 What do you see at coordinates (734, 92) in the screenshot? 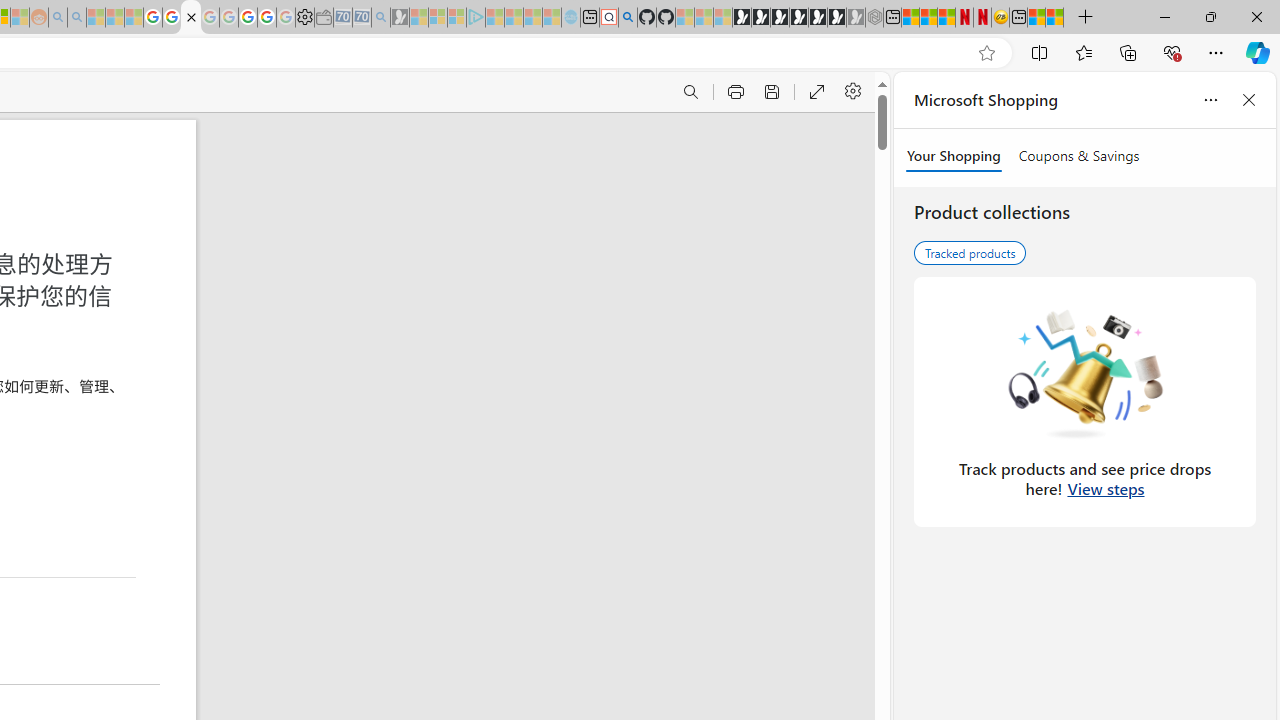
I see `'Print (Ctrl+P)'` at bounding box center [734, 92].